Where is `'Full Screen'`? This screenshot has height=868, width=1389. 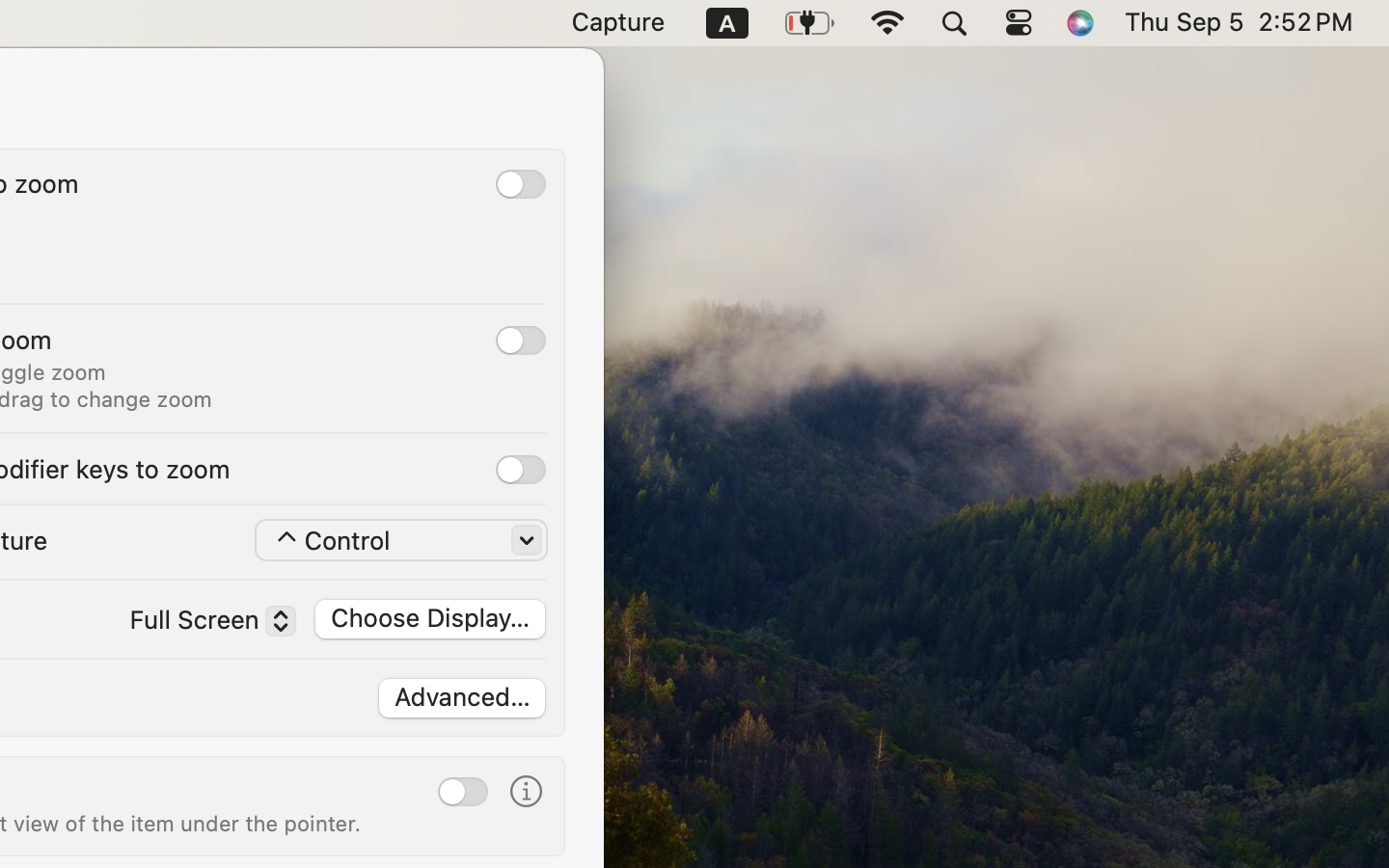
'Full Screen' is located at coordinates (203, 624).